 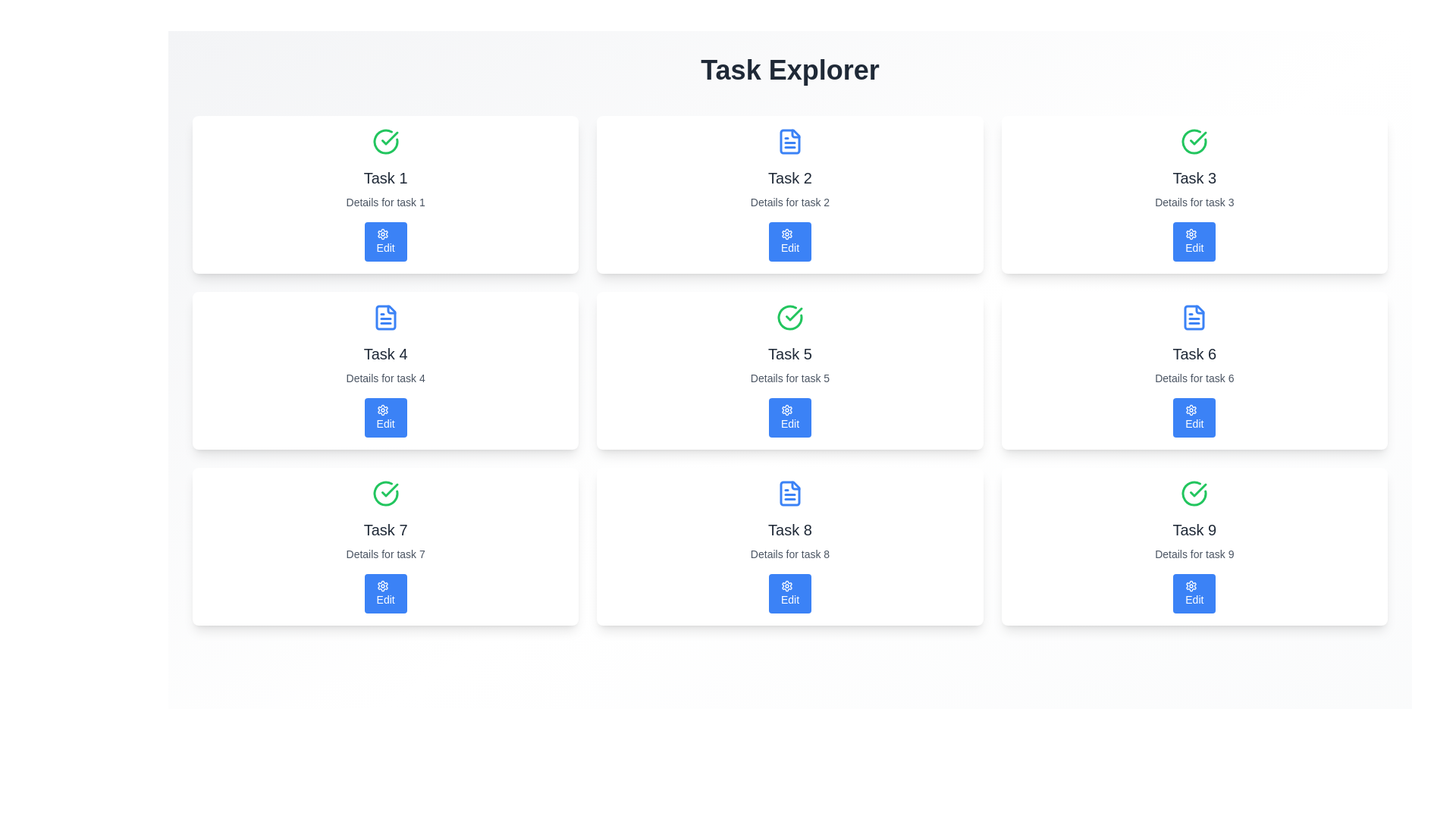 What do you see at coordinates (389, 138) in the screenshot?
I see `attributes of the green check-like icon located in the top left corner of the task card labeled 'Task 1'` at bounding box center [389, 138].